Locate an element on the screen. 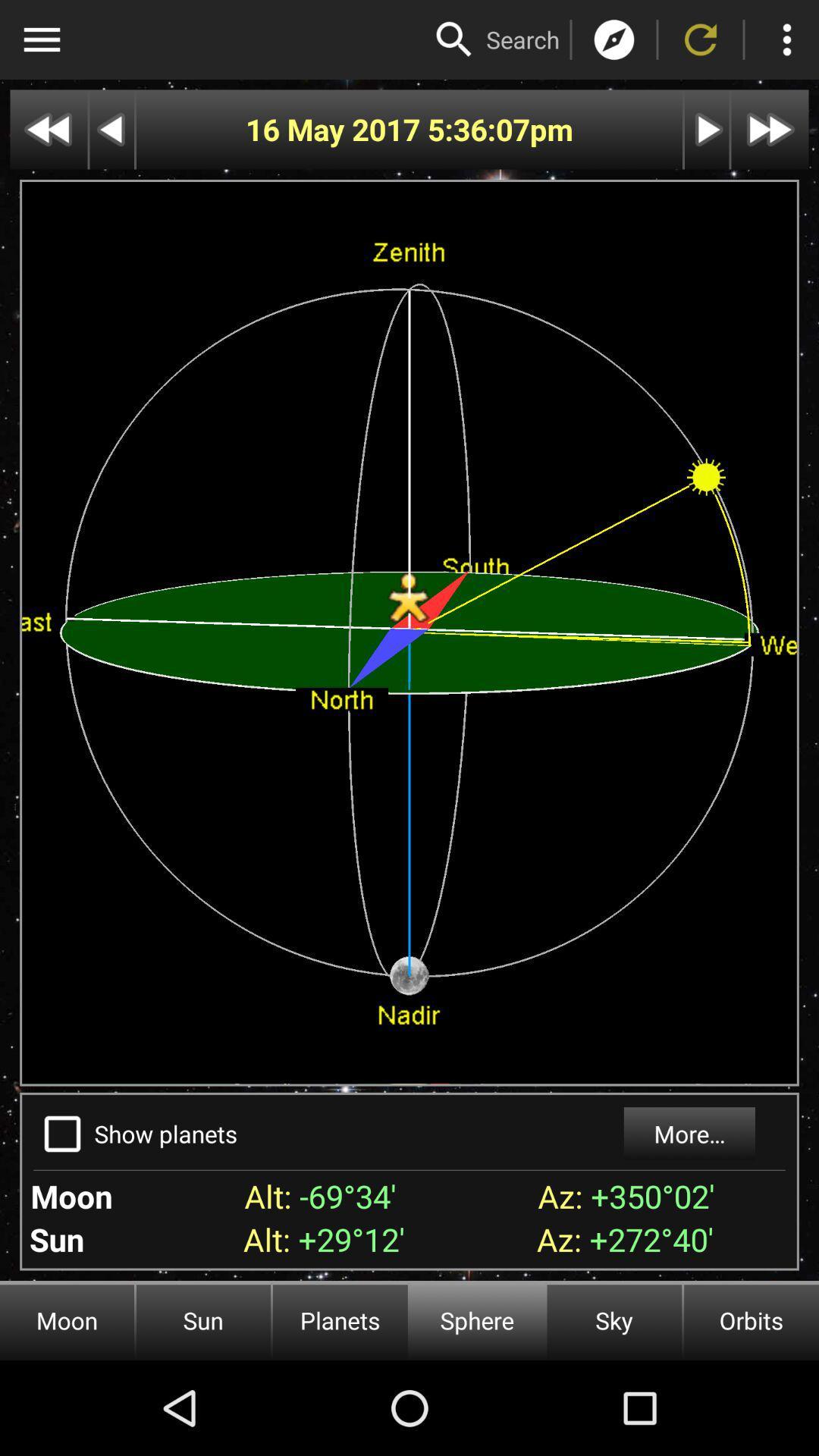 This screenshot has width=819, height=1456. item above the 5:36:07 app is located at coordinates (522, 39).